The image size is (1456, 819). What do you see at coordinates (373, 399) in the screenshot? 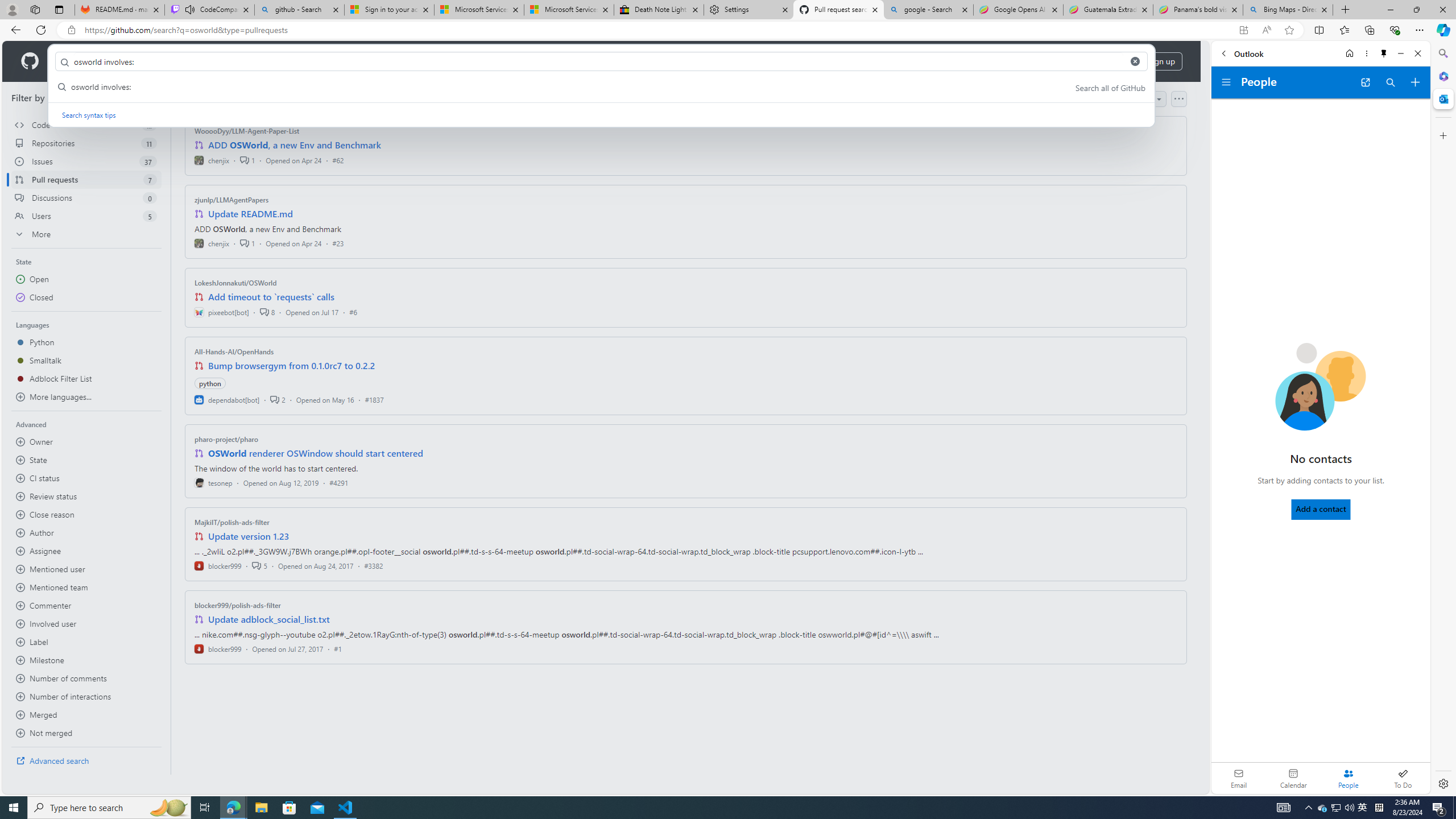
I see `'#1837'` at bounding box center [373, 399].